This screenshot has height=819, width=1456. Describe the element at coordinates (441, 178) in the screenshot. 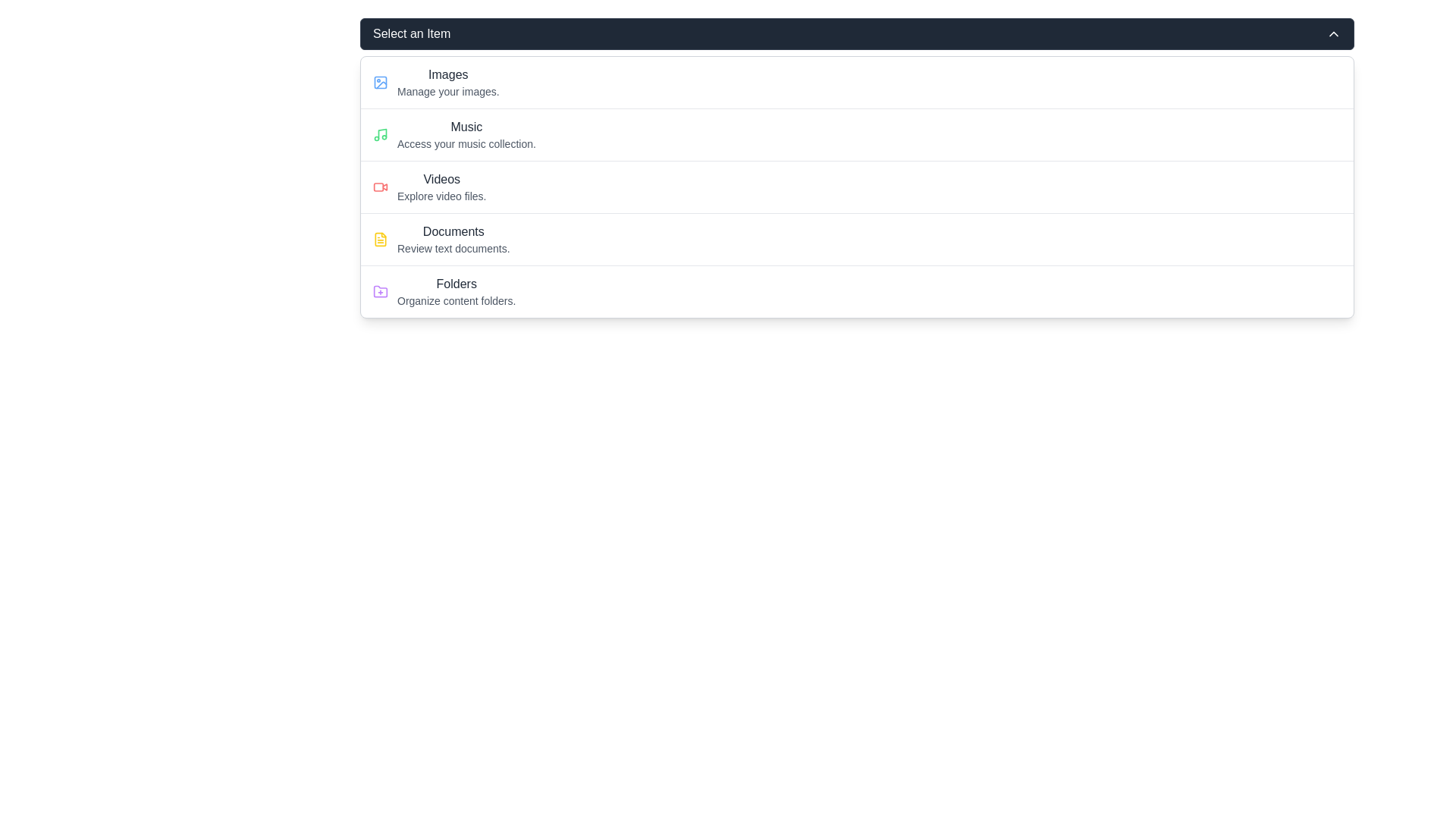

I see `the 'Videos' text label, which is bold and dark gray, positioned between the 'Music' and 'Documents' sections` at that location.